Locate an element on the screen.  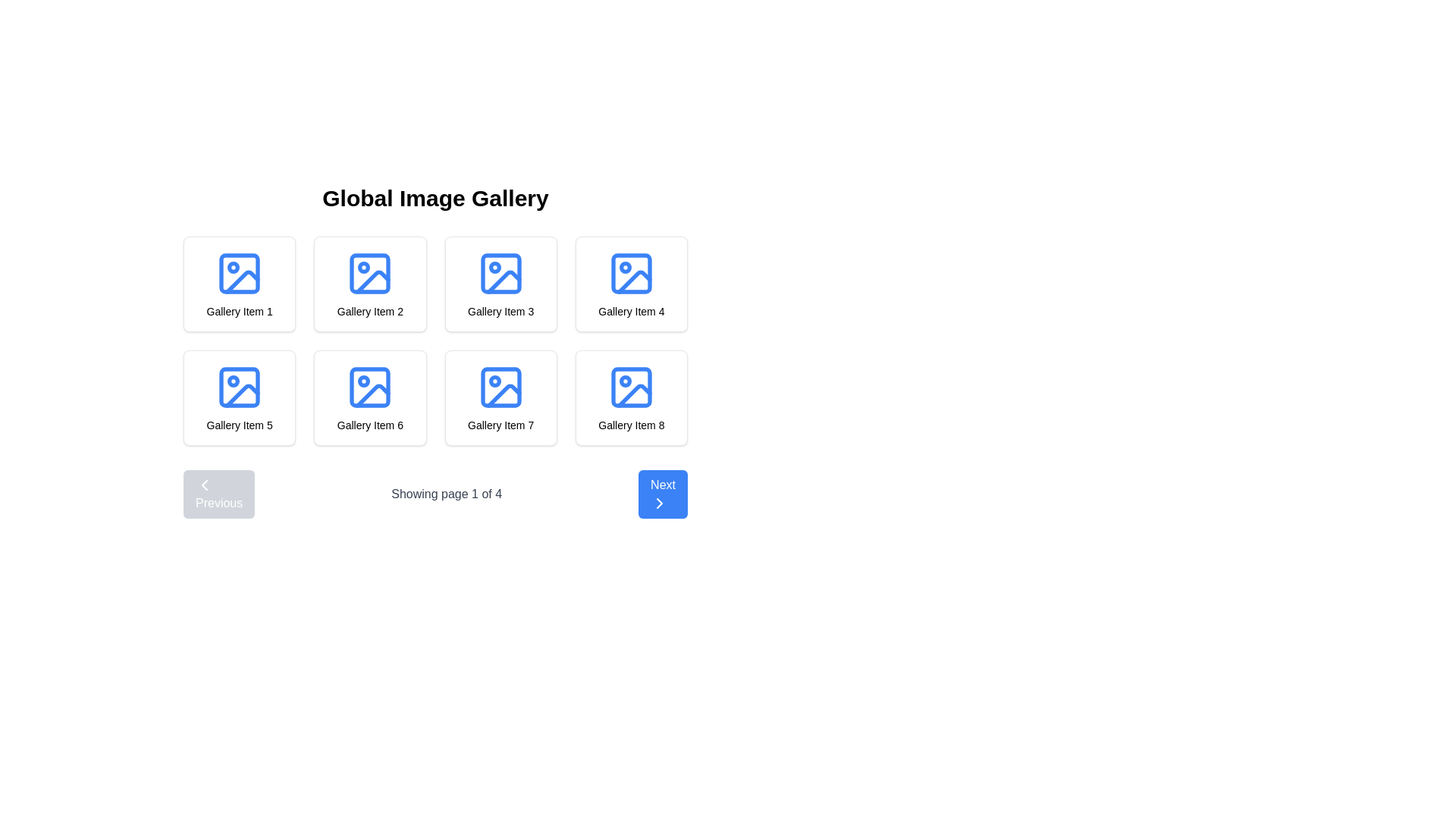
the gallery item icon located in the top-left card labeled 'Gallery Item 1' on the gallery grid is located at coordinates (239, 274).